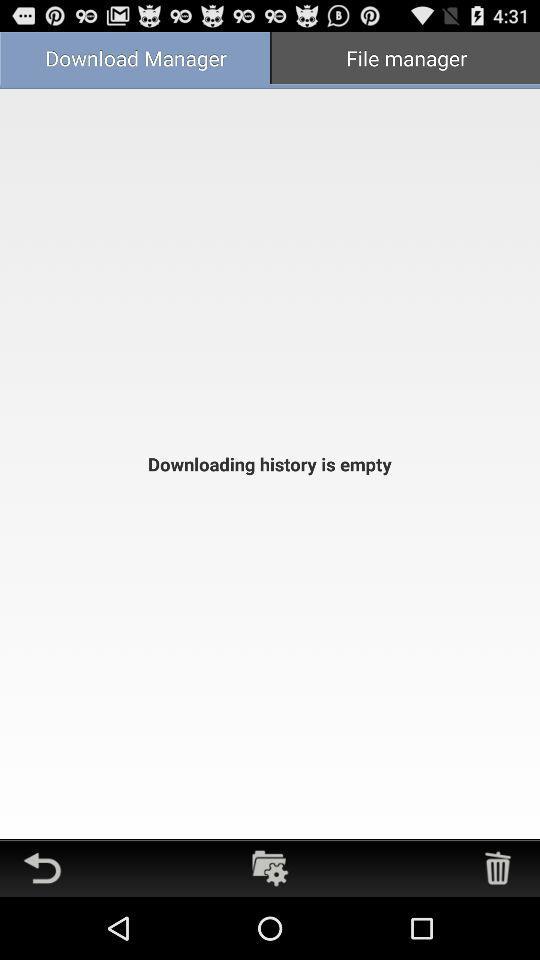 Image resolution: width=540 pixels, height=960 pixels. Describe the element at coordinates (42, 867) in the screenshot. I see `return to last page` at that location.